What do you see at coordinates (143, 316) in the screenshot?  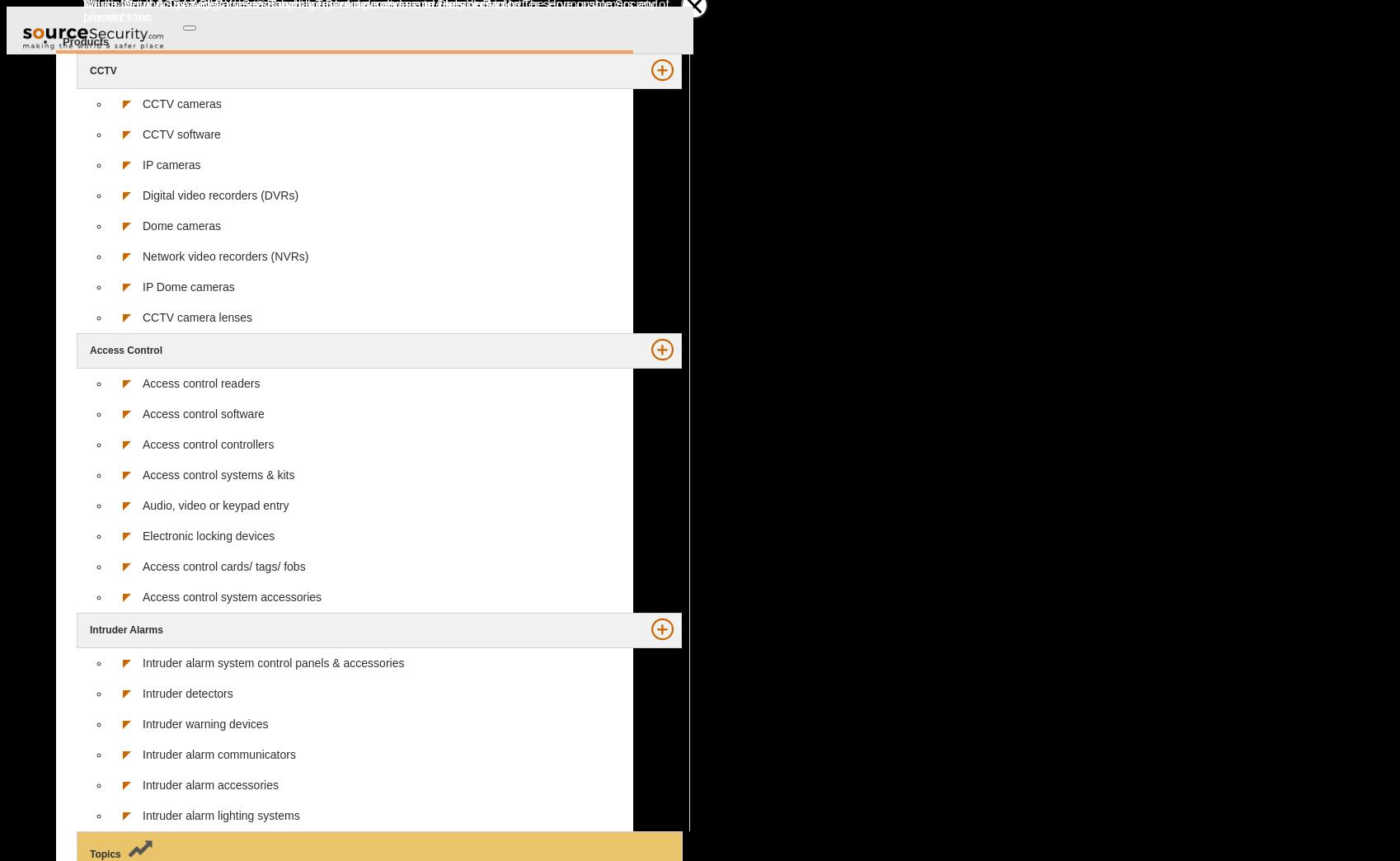 I see `'CCTV camera lenses'` at bounding box center [143, 316].